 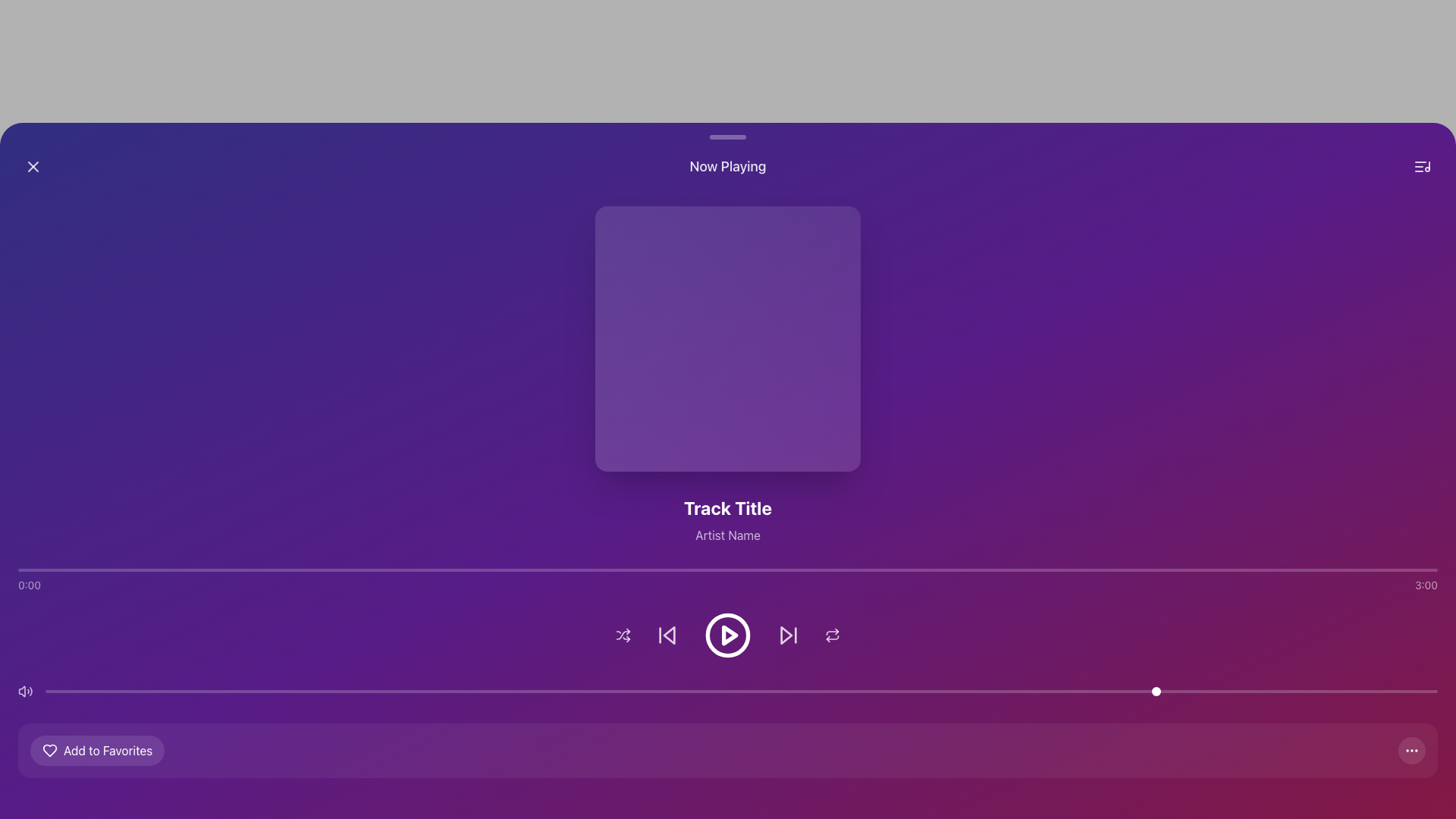 What do you see at coordinates (1408, 570) in the screenshot?
I see `the playback progress` at bounding box center [1408, 570].